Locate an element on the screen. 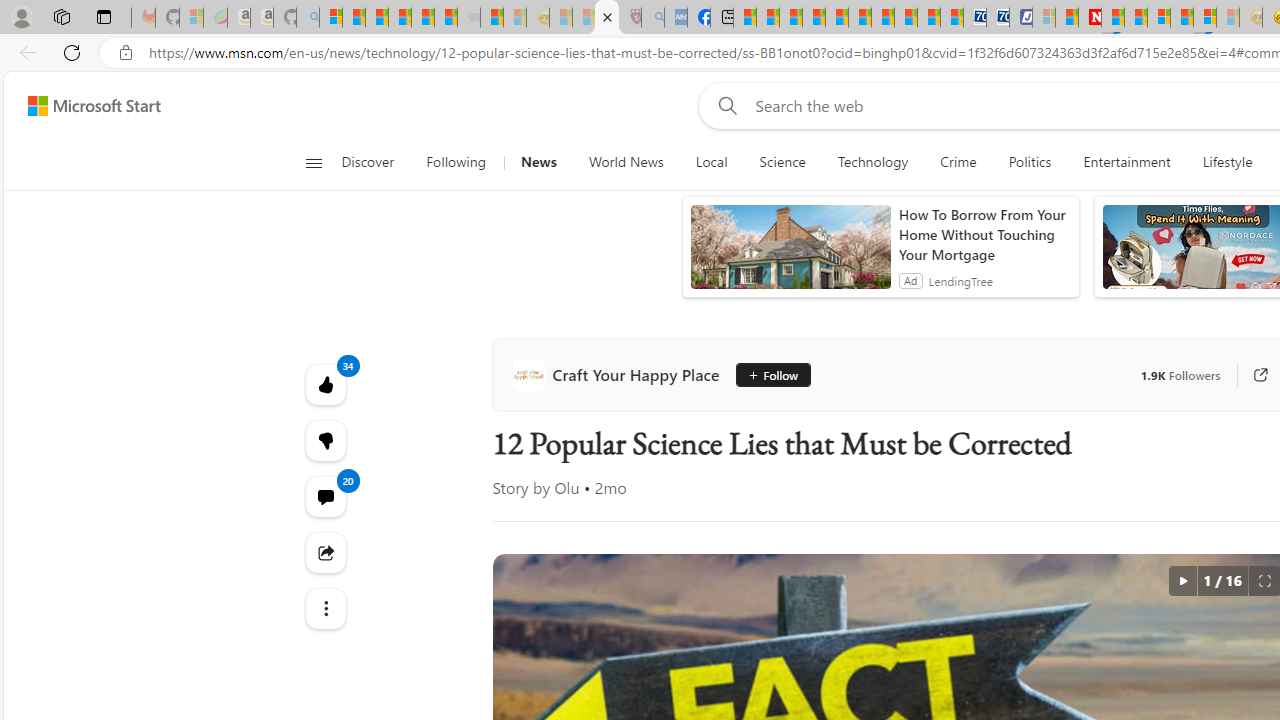 This screenshot has width=1280, height=720. 'Go to publisher' is located at coordinates (1259, 375).